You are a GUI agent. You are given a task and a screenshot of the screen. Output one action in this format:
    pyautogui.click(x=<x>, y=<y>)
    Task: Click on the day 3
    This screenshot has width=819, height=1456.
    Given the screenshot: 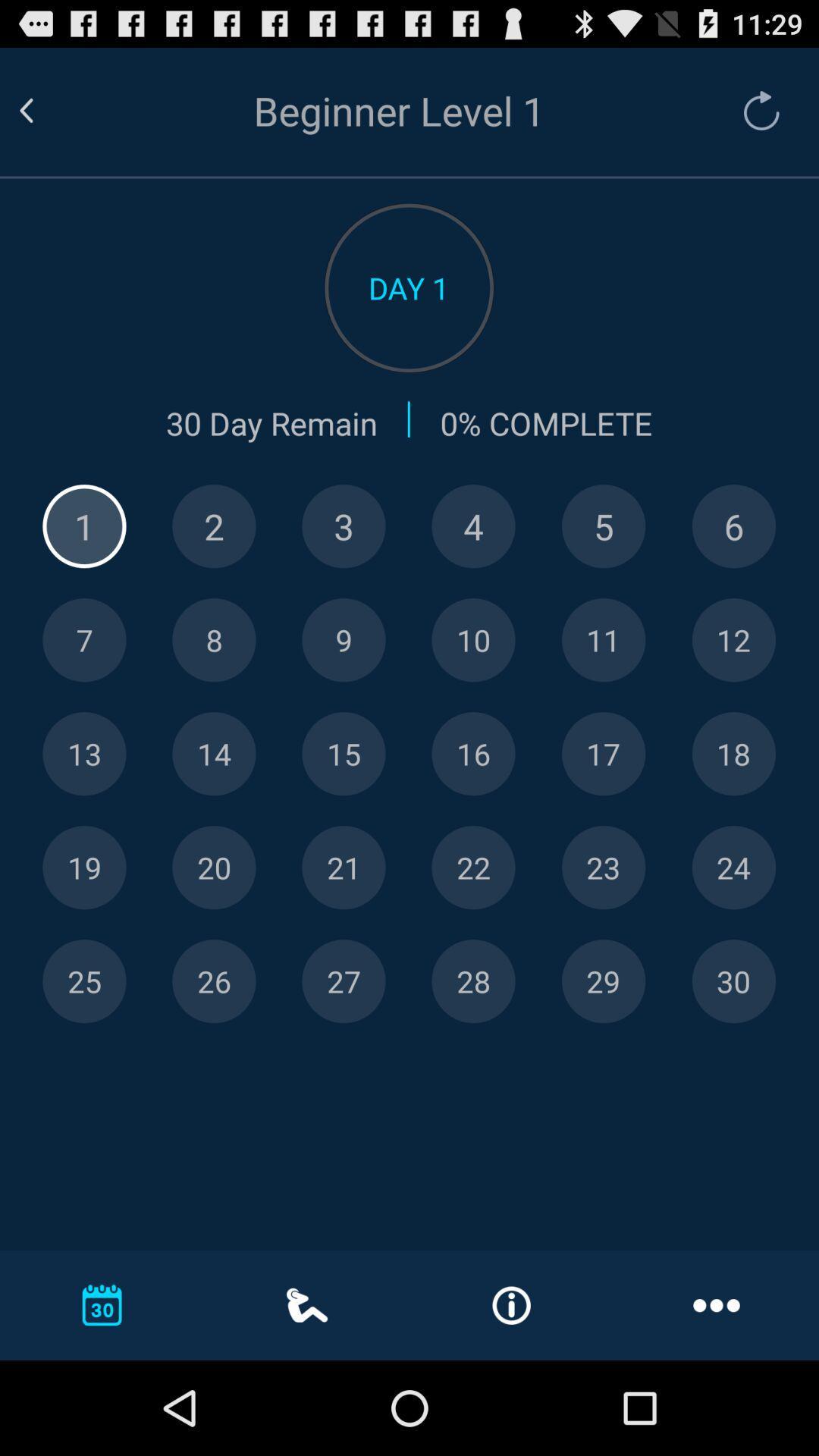 What is the action you would take?
    pyautogui.click(x=344, y=526)
    